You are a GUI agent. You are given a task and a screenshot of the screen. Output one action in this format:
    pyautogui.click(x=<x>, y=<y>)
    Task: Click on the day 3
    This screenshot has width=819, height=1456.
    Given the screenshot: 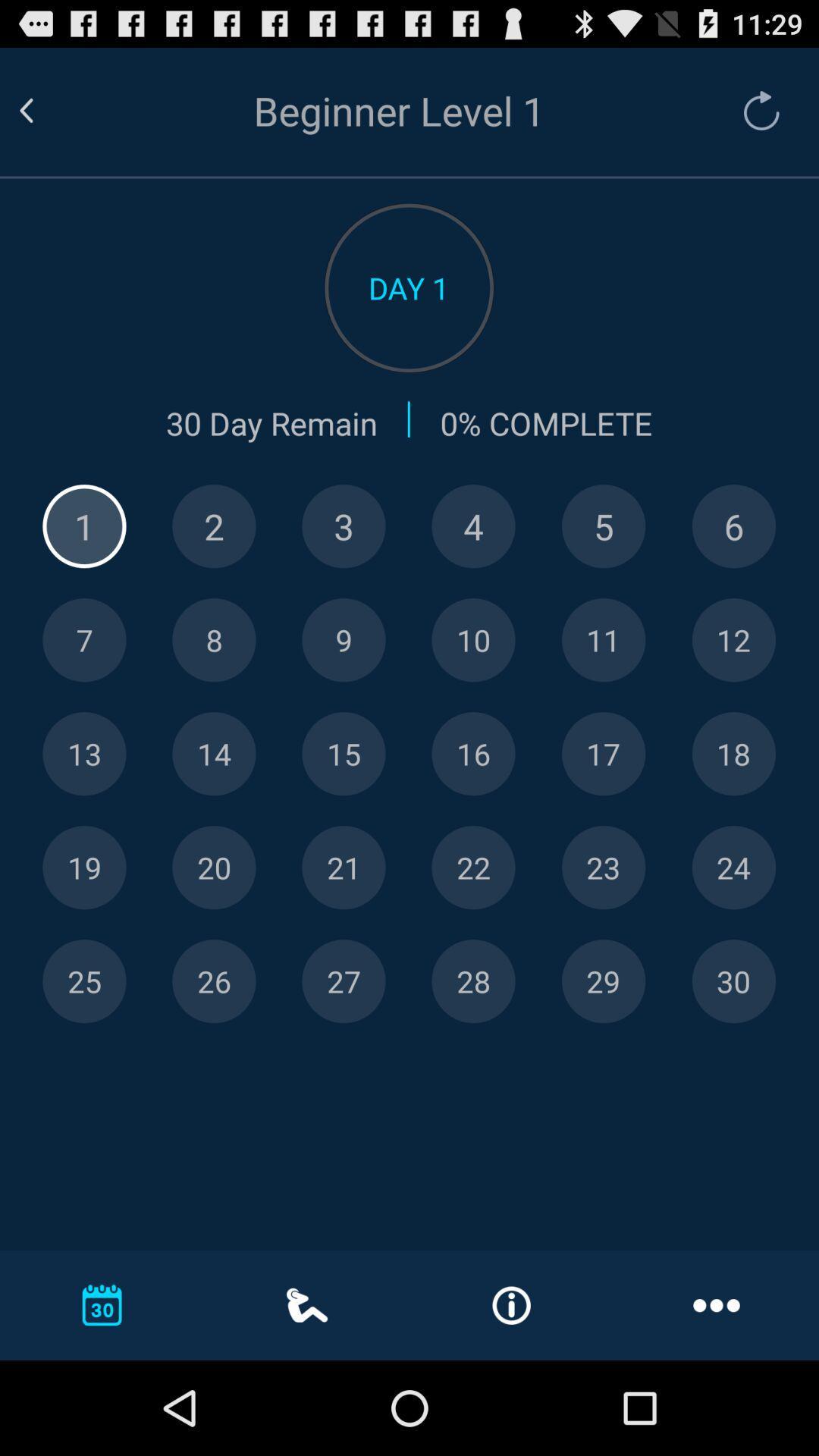 What is the action you would take?
    pyautogui.click(x=344, y=526)
    